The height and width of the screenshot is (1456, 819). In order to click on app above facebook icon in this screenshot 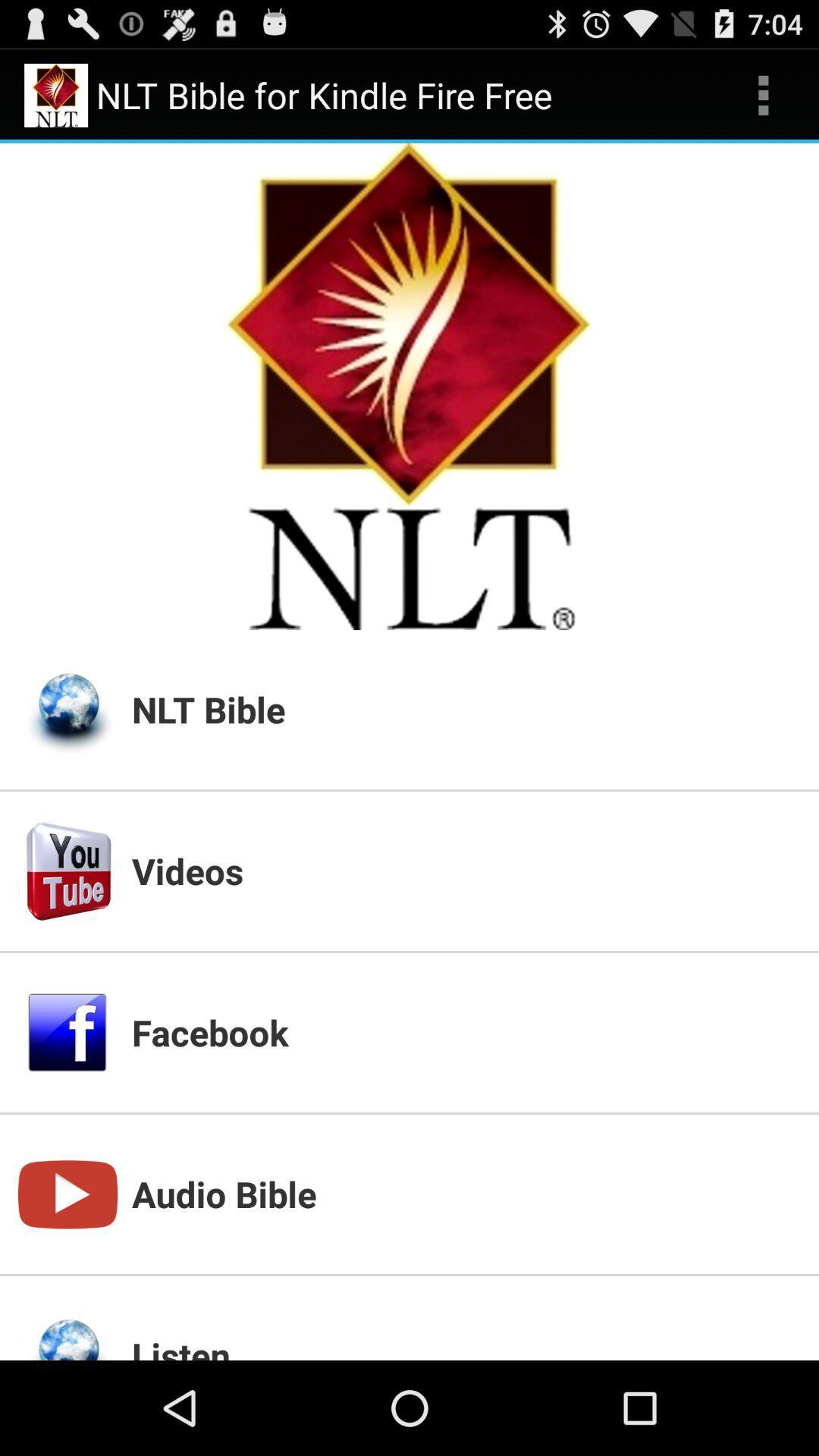, I will do `click(465, 871)`.